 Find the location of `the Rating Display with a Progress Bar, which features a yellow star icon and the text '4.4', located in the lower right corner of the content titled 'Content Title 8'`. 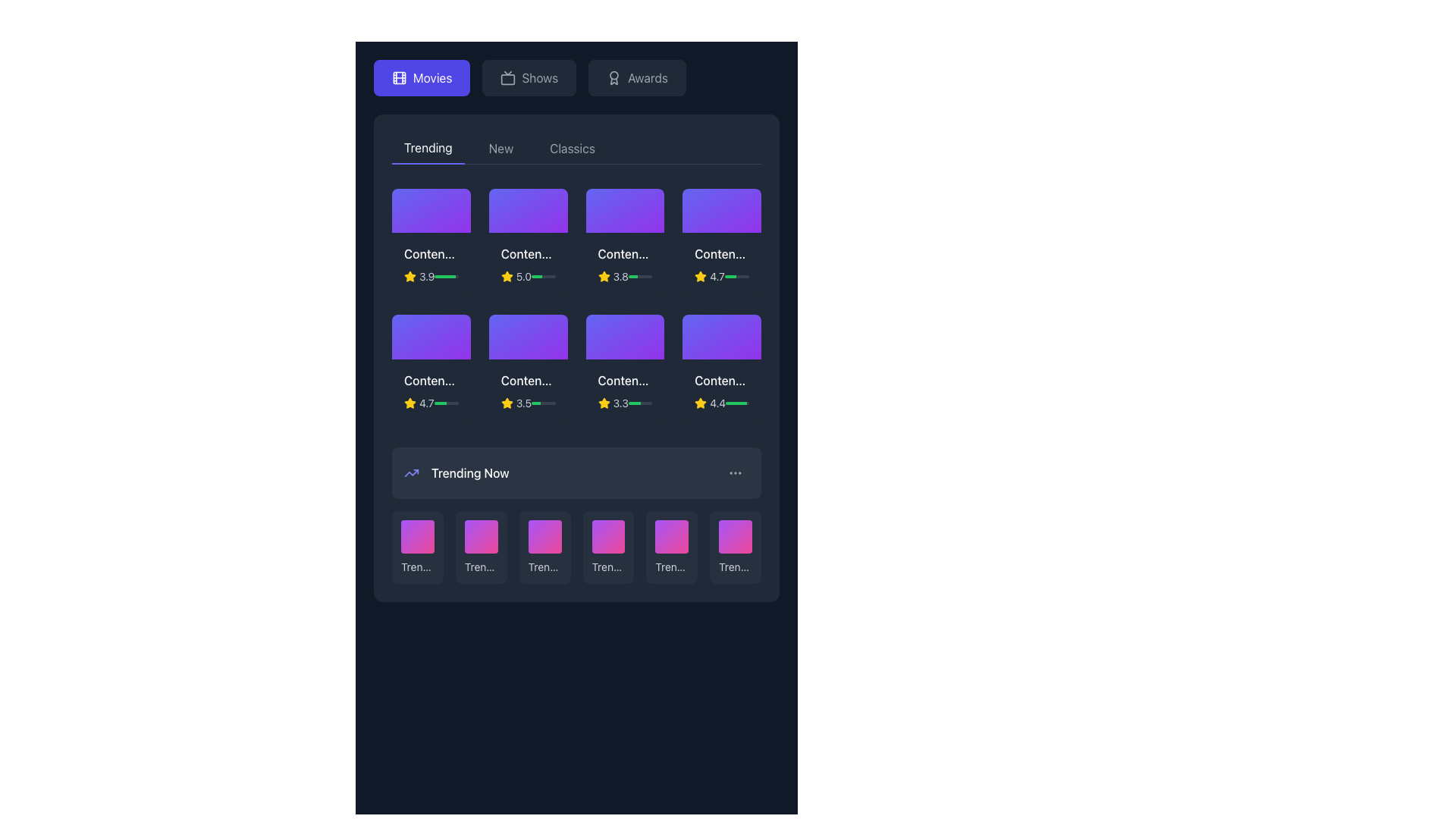

the Rating Display with a Progress Bar, which features a yellow star icon and the text '4.4', located in the lower right corner of the content titled 'Content Title 8' is located at coordinates (721, 402).